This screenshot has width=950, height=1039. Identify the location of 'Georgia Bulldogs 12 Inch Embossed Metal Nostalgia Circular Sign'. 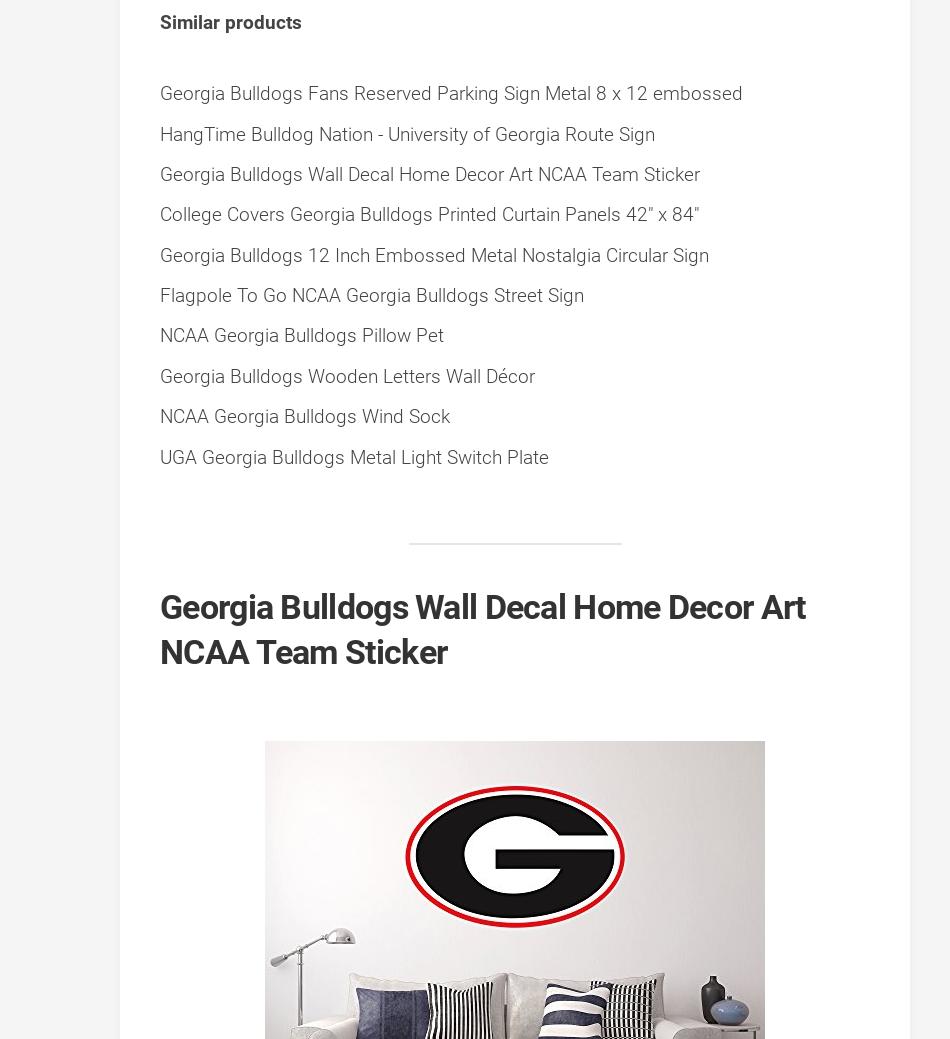
(433, 254).